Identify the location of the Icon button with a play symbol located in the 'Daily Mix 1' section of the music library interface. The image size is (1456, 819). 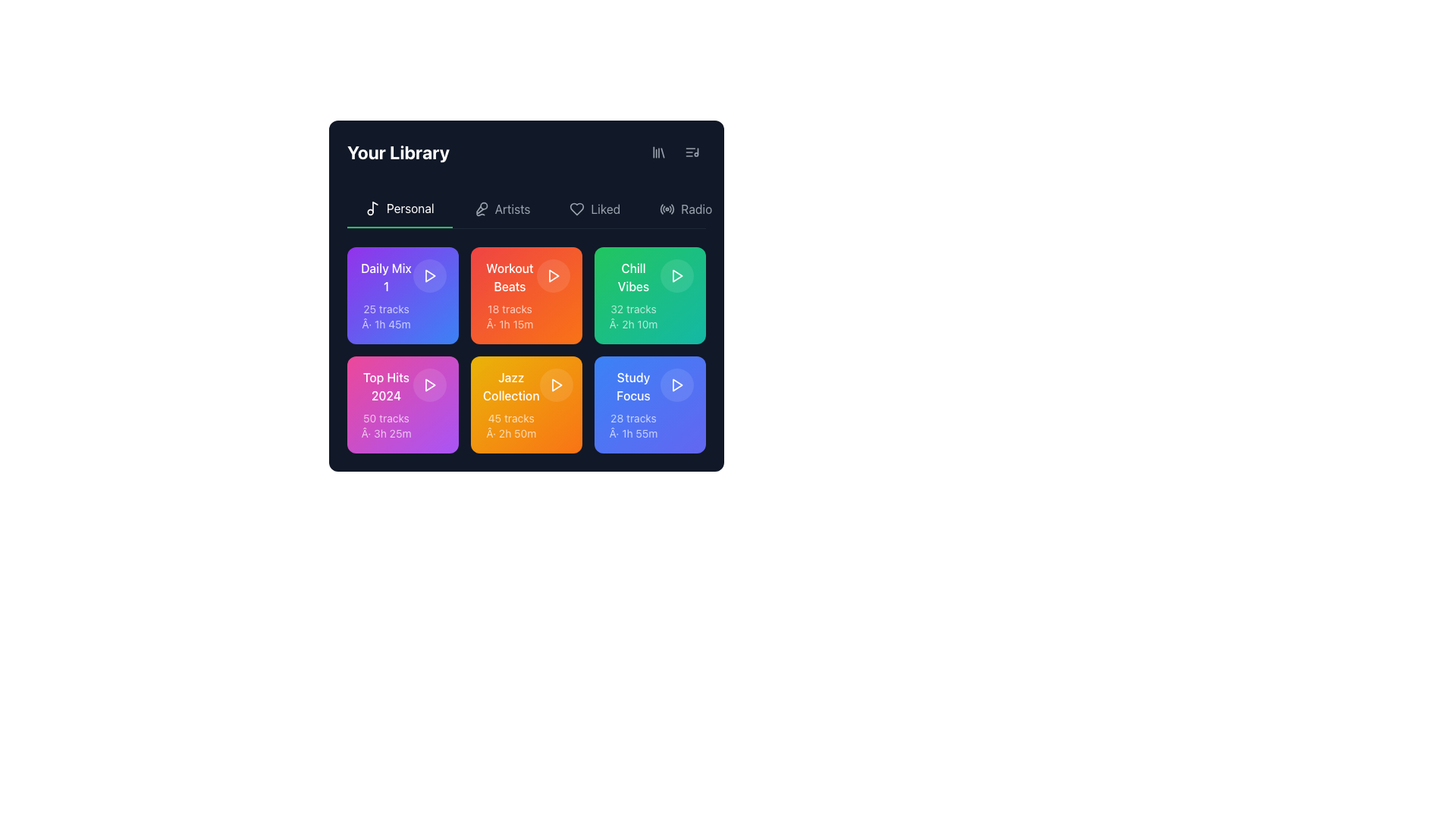
(428, 275).